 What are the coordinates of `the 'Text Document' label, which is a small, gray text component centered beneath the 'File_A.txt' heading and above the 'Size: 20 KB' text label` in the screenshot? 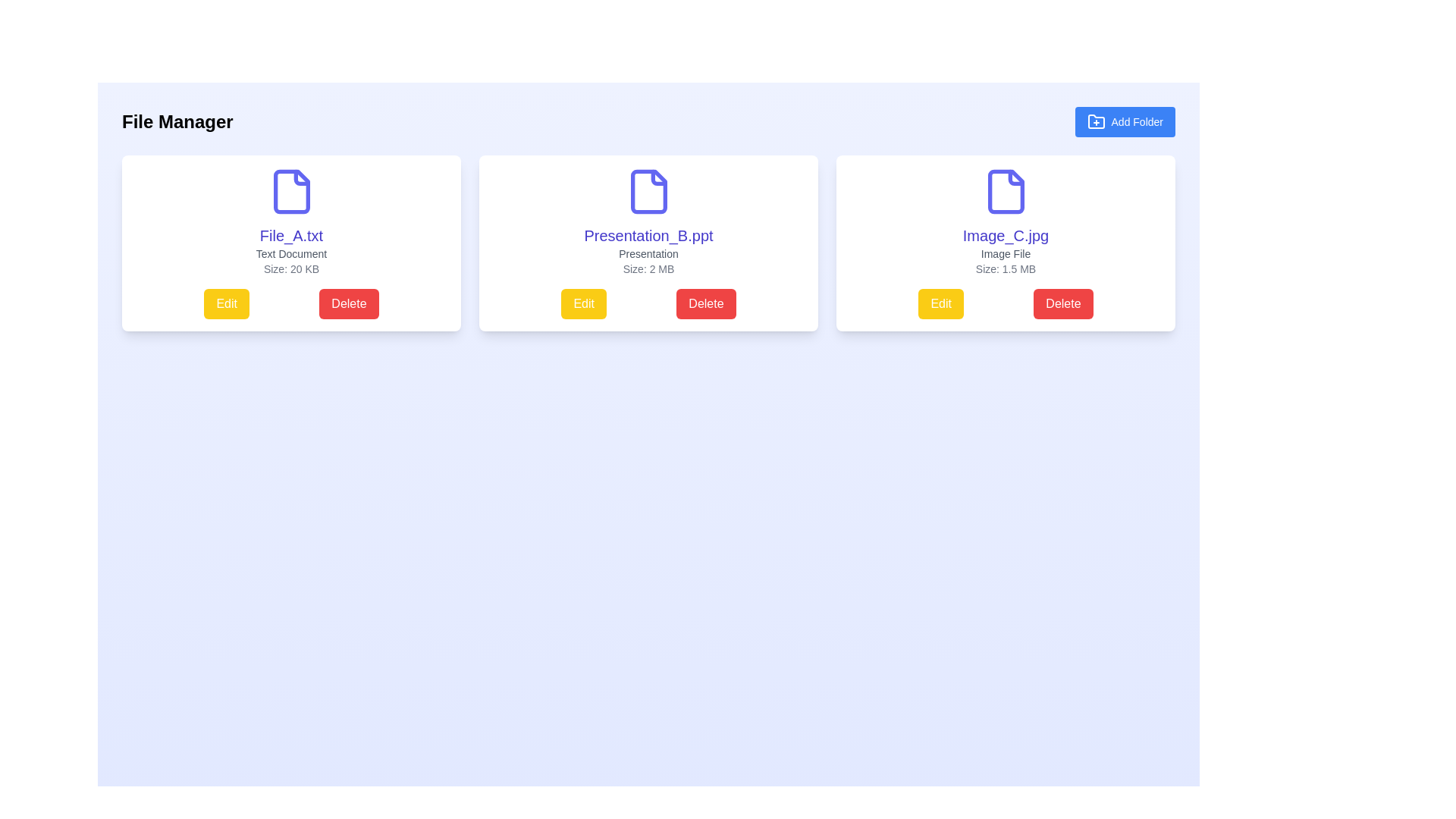 It's located at (291, 253).